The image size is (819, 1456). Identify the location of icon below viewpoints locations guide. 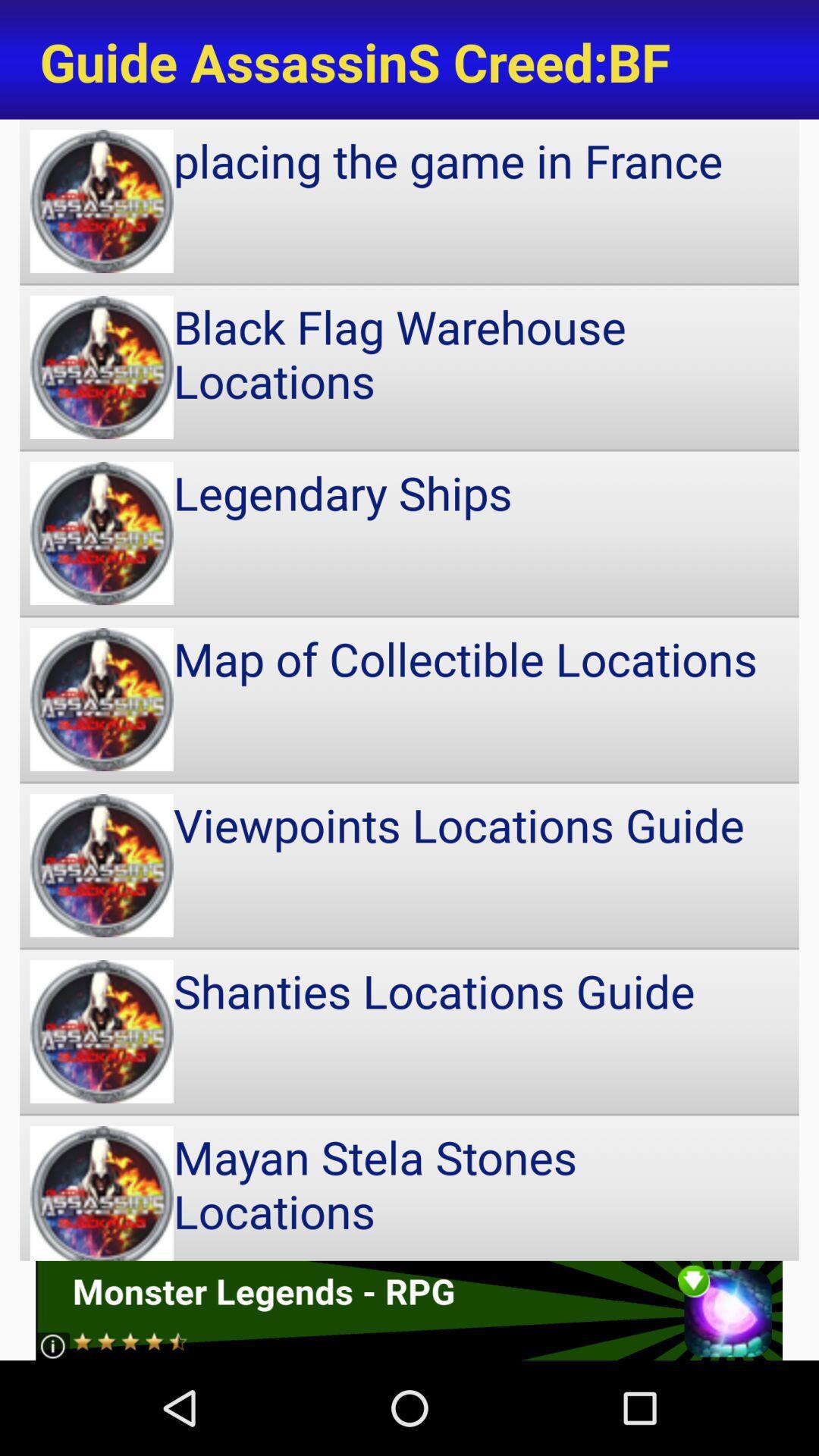
(409, 1031).